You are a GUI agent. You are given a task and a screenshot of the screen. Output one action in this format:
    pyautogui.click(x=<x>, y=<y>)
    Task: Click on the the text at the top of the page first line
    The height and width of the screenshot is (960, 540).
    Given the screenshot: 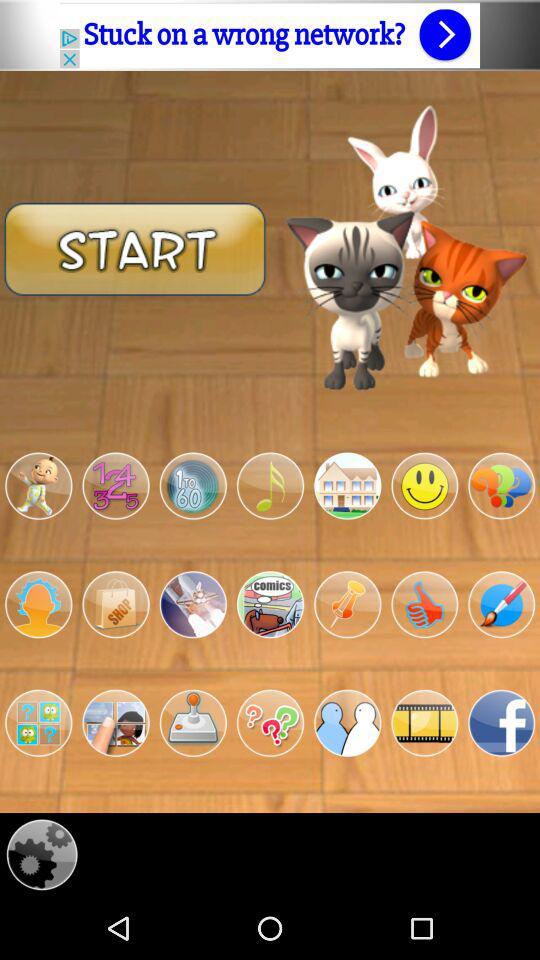 What is the action you would take?
    pyautogui.click(x=270, y=34)
    